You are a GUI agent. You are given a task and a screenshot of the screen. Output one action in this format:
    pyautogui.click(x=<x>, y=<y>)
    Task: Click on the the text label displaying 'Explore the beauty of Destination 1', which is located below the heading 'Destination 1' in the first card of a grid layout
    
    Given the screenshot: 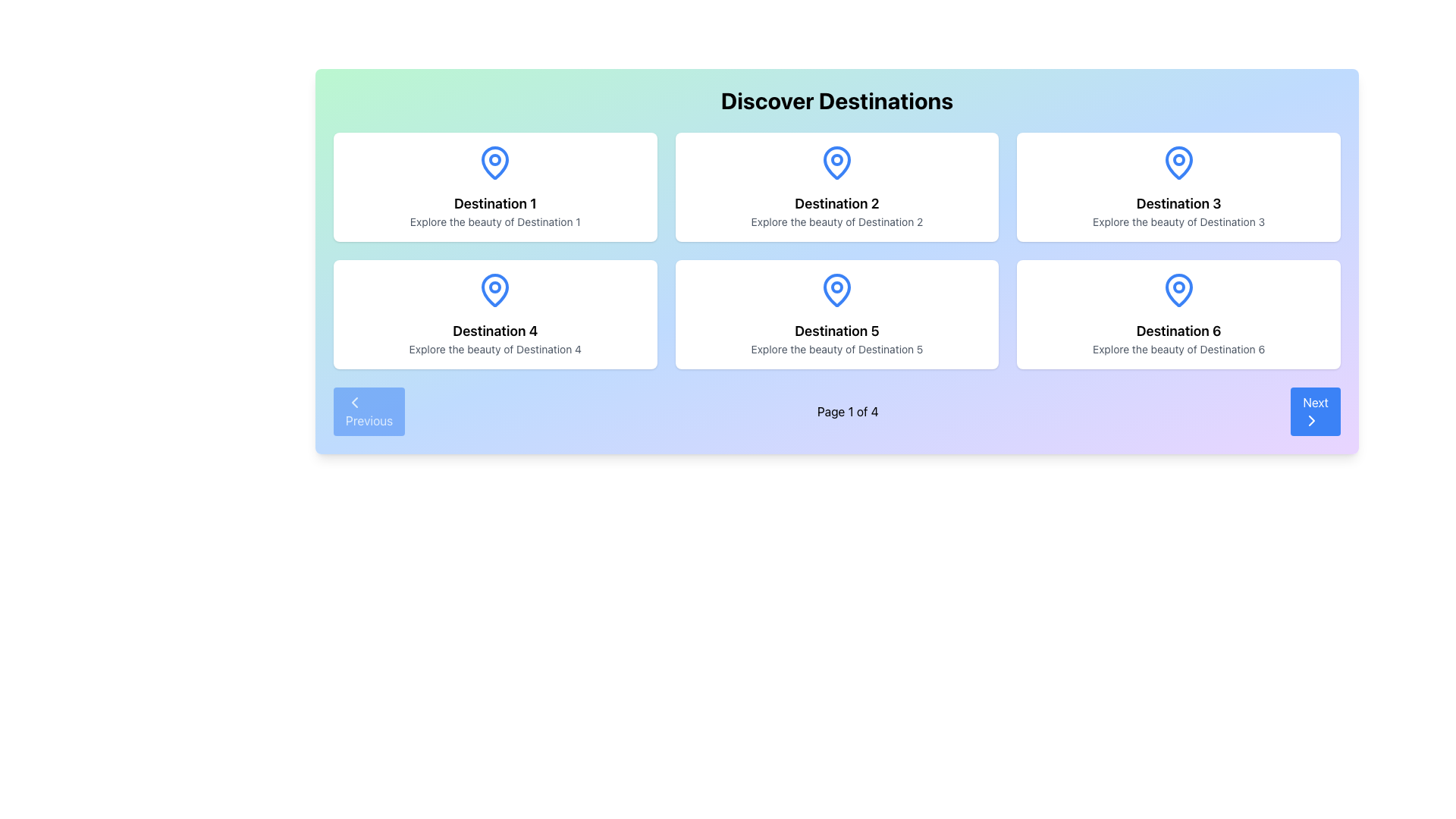 What is the action you would take?
    pyautogui.click(x=495, y=222)
    